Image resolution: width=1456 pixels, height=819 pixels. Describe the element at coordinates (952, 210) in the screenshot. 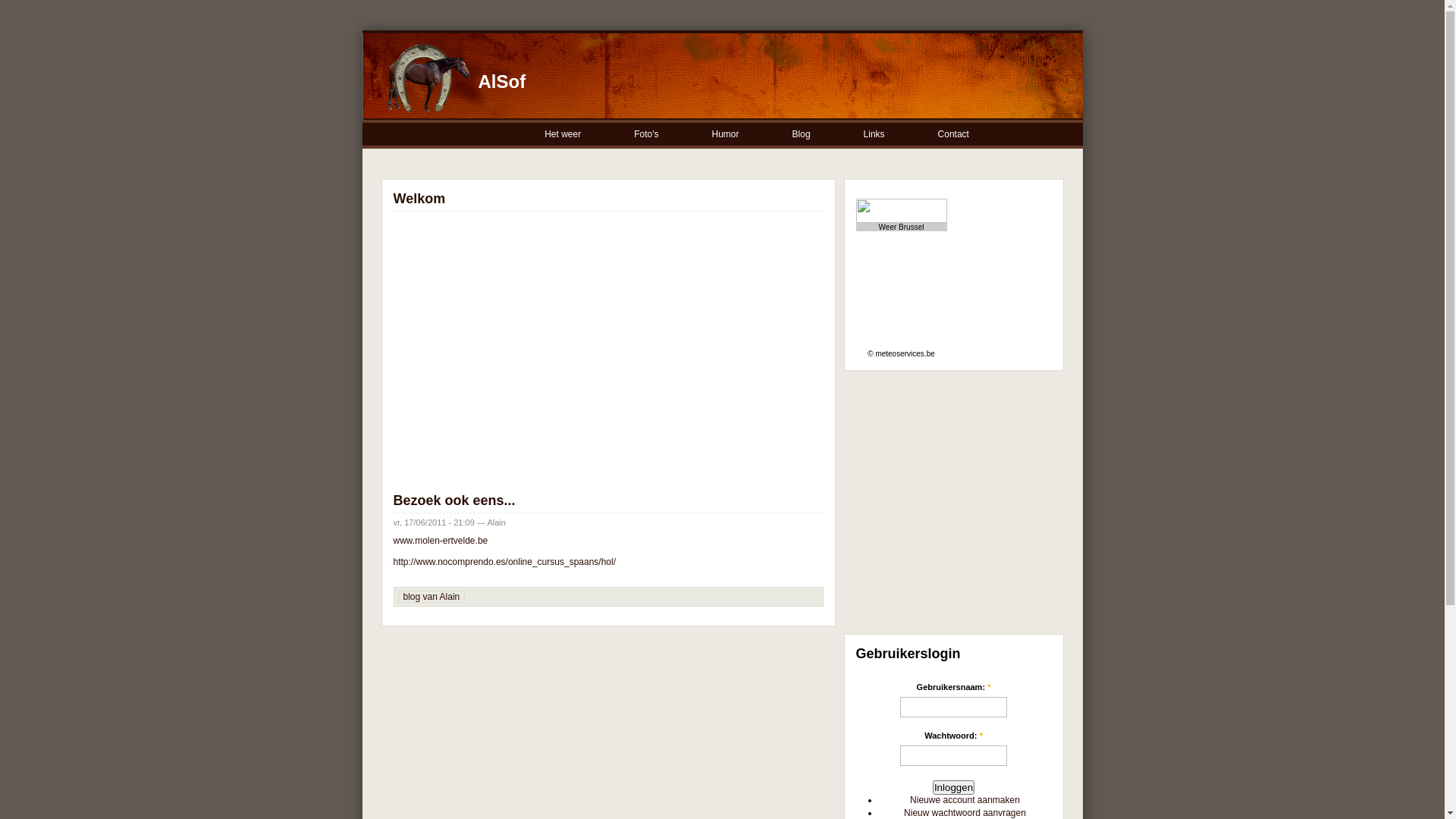

I see `'Your weather service'` at that location.